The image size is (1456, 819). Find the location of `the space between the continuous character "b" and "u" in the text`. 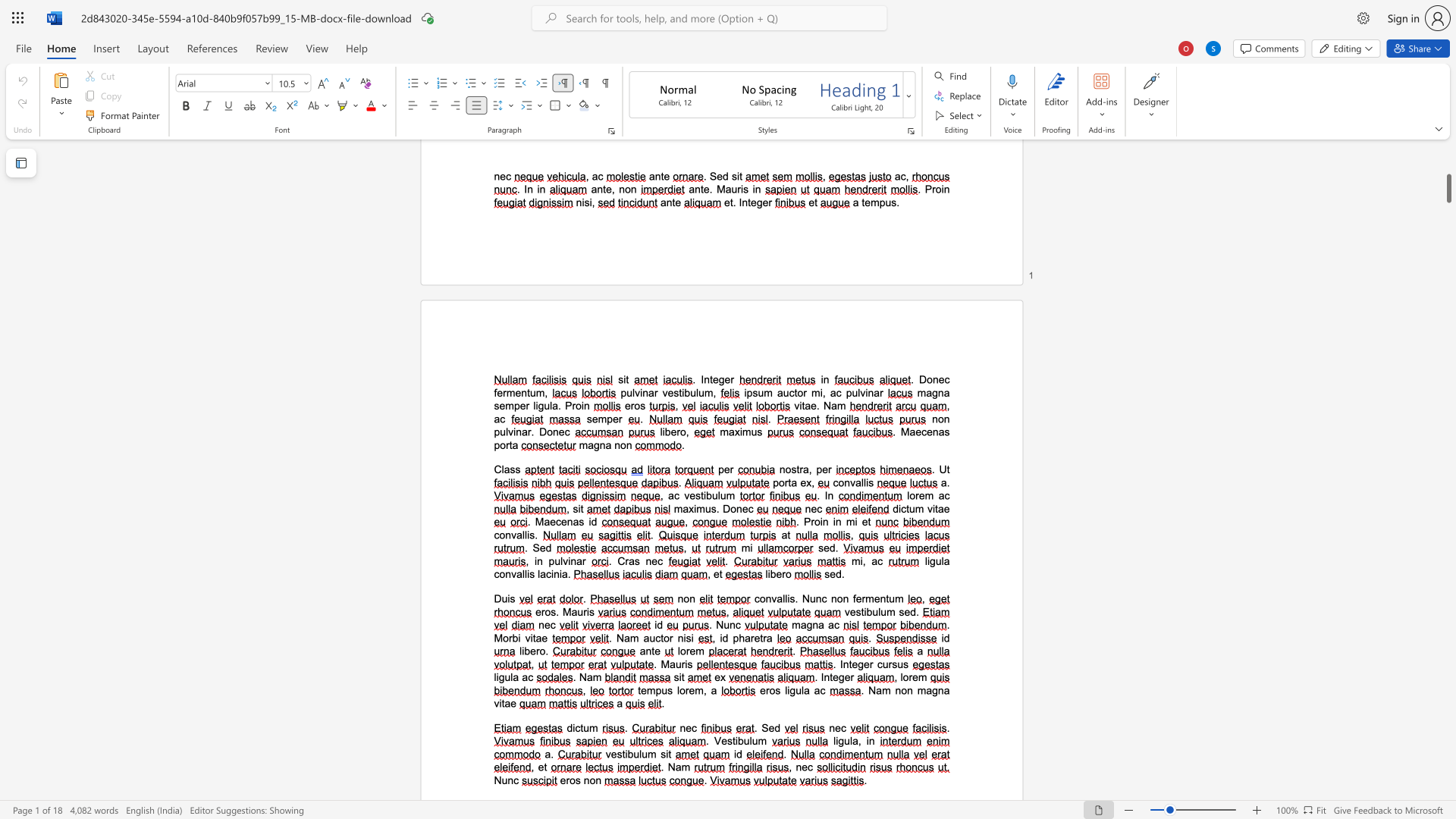

the space between the continuous character "b" and "u" in the text is located at coordinates (711, 495).